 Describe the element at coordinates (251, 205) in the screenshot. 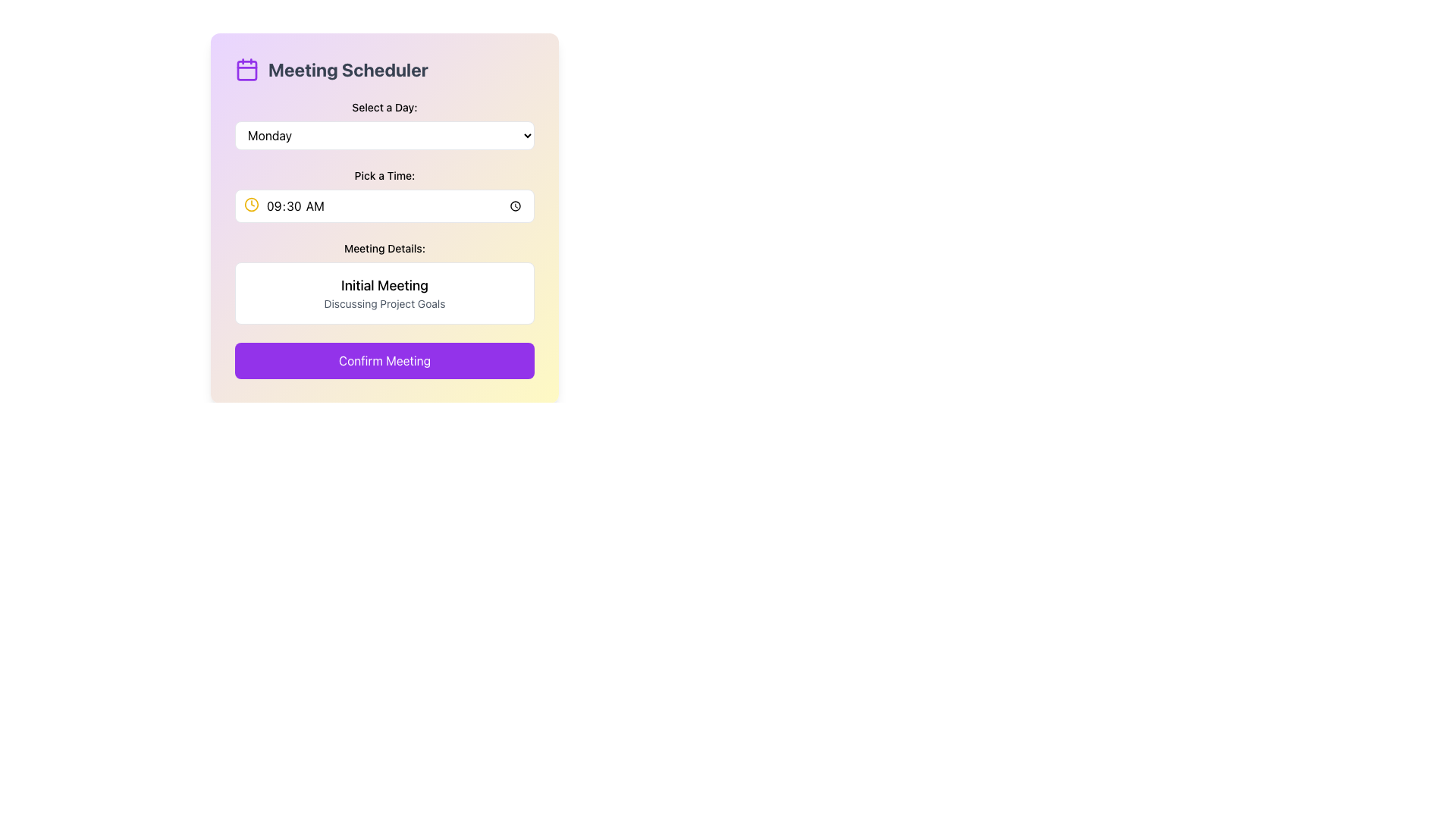

I see `the clock icon, which is centered in the 'Pick a Time' section of the Meeting Scheduler interface` at that location.